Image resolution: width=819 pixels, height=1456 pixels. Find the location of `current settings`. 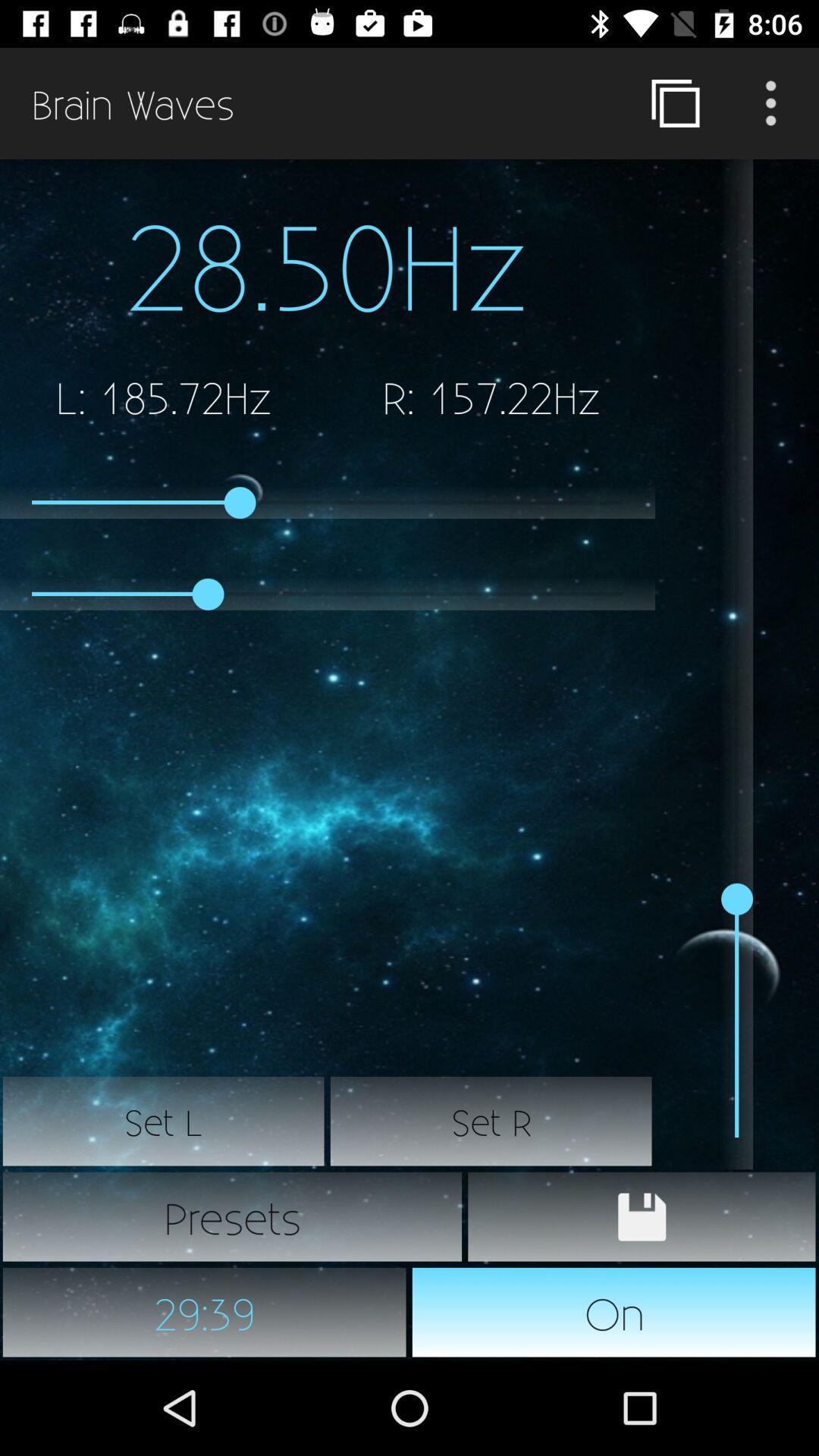

current settings is located at coordinates (642, 1216).